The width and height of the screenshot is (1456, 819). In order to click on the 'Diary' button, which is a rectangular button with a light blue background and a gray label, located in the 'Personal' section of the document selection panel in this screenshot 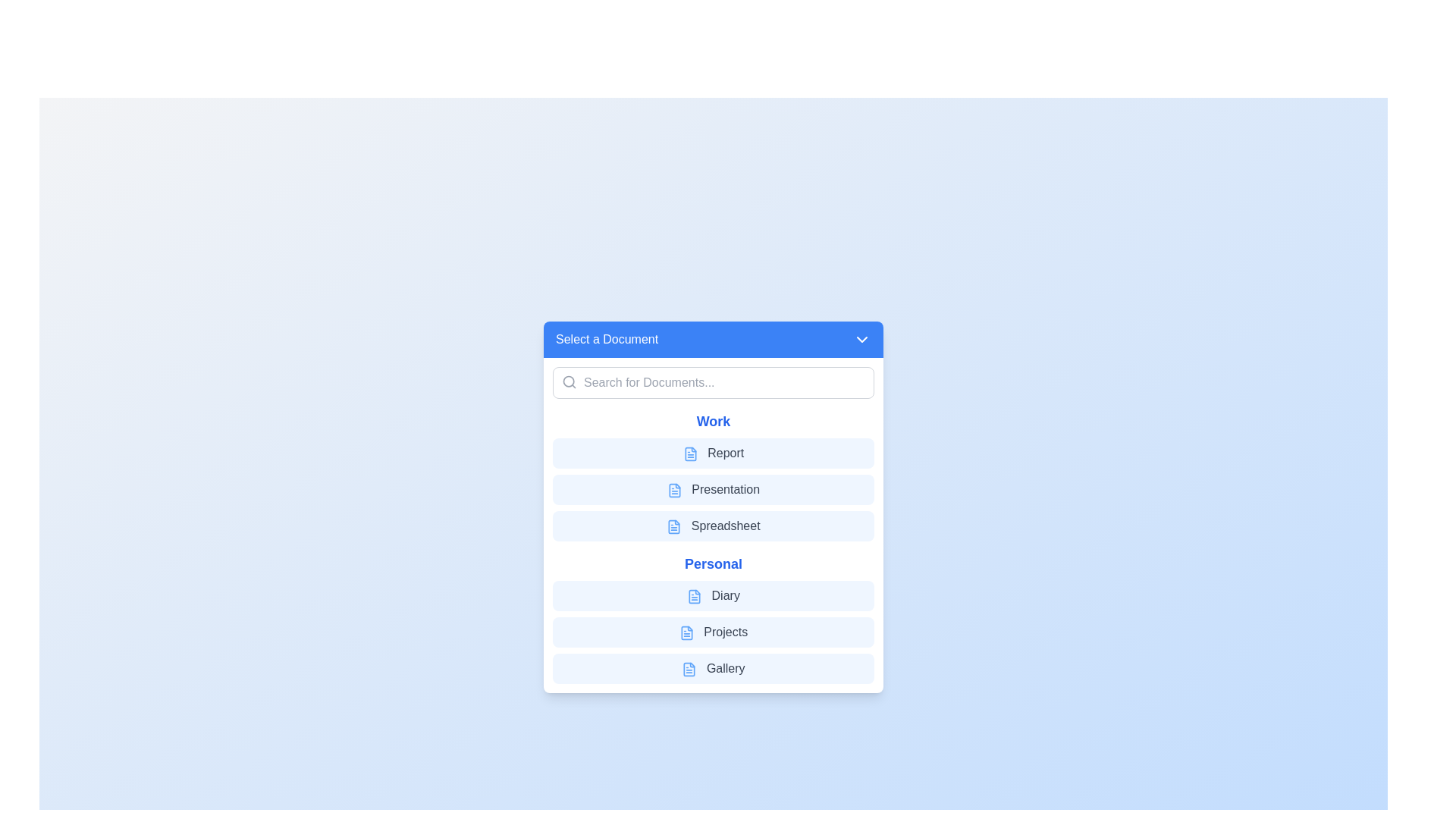, I will do `click(712, 595)`.